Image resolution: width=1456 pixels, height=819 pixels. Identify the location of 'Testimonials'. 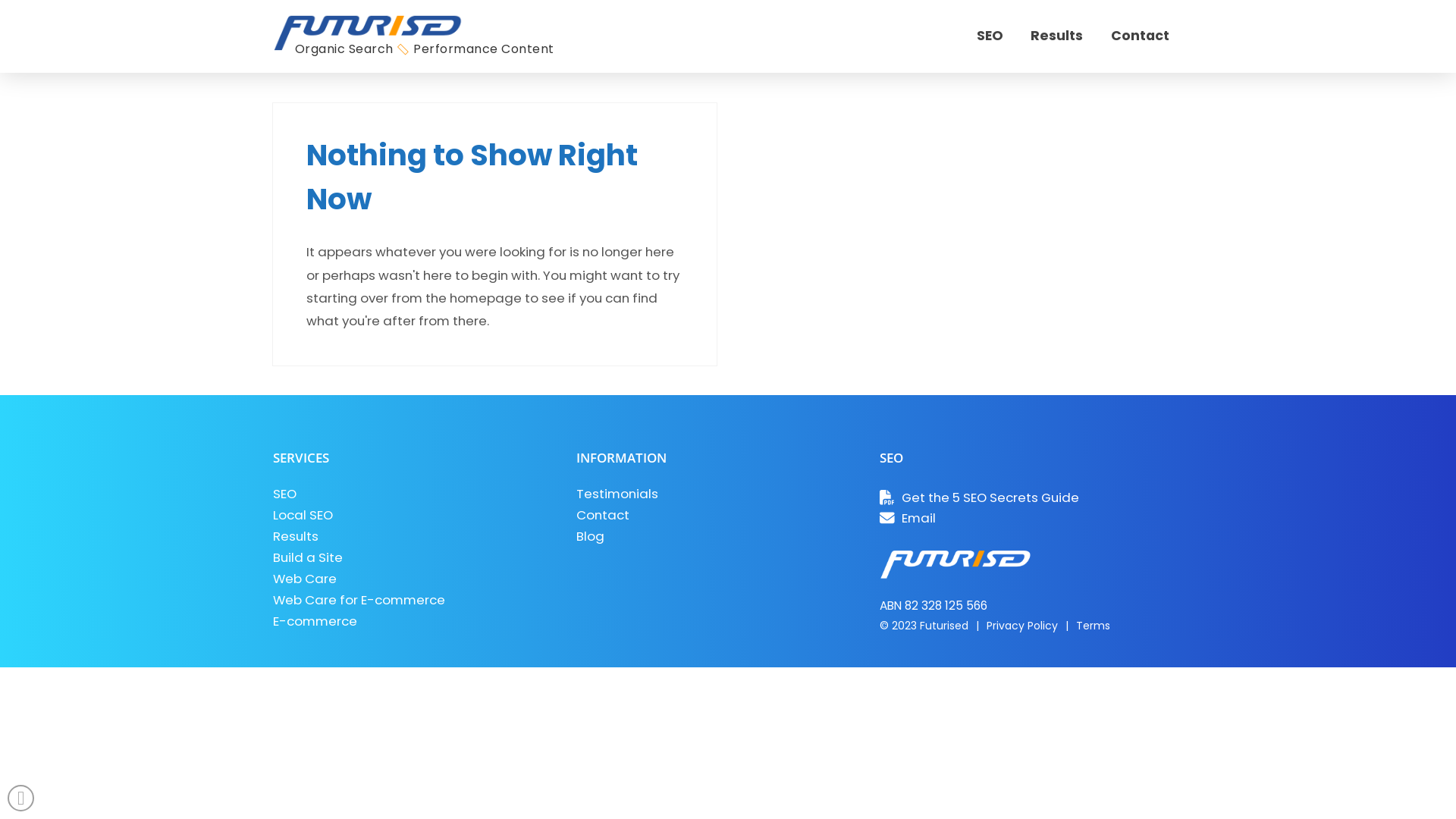
(575, 494).